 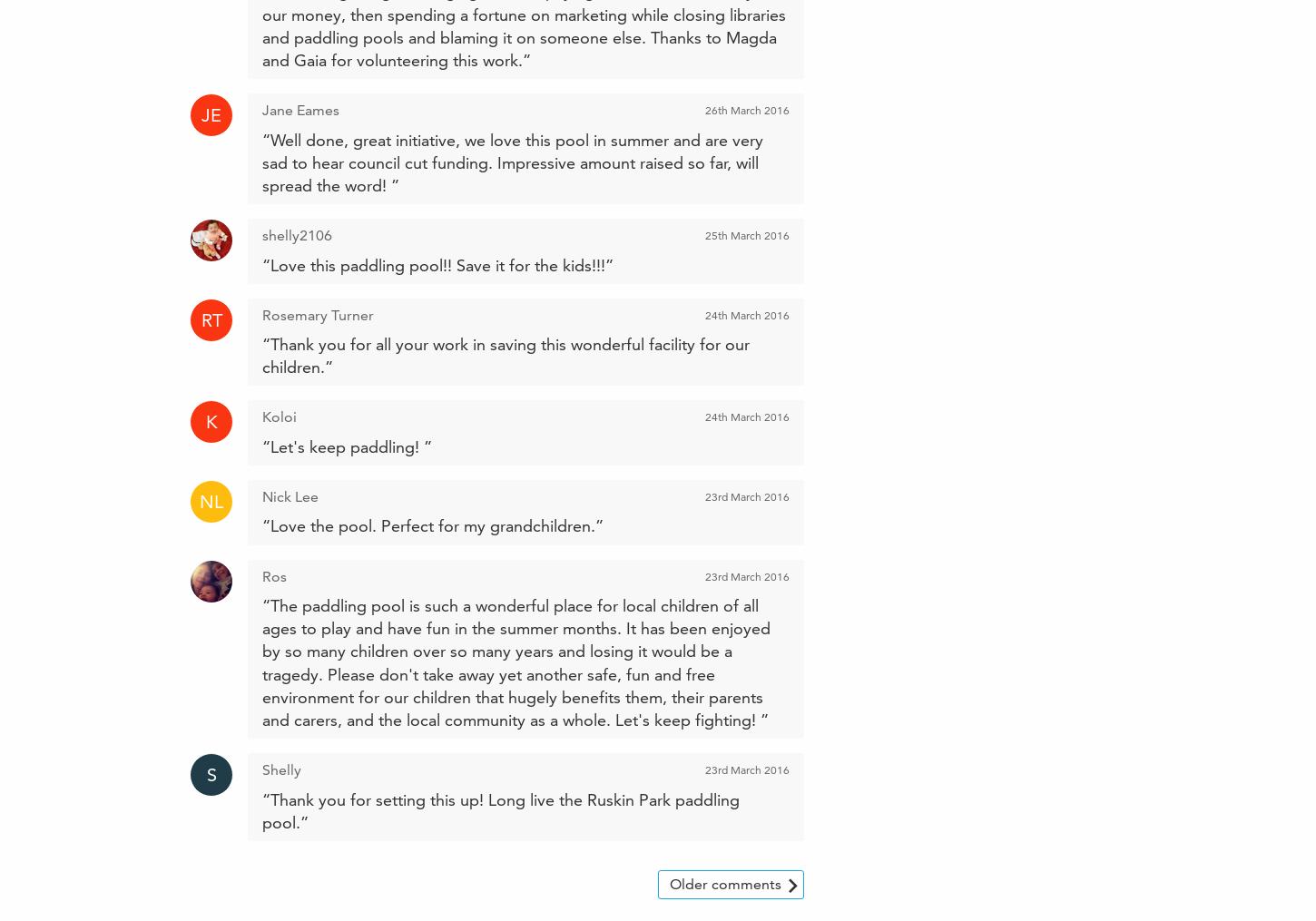 What do you see at coordinates (290, 496) in the screenshot?
I see `'Nick Lee'` at bounding box center [290, 496].